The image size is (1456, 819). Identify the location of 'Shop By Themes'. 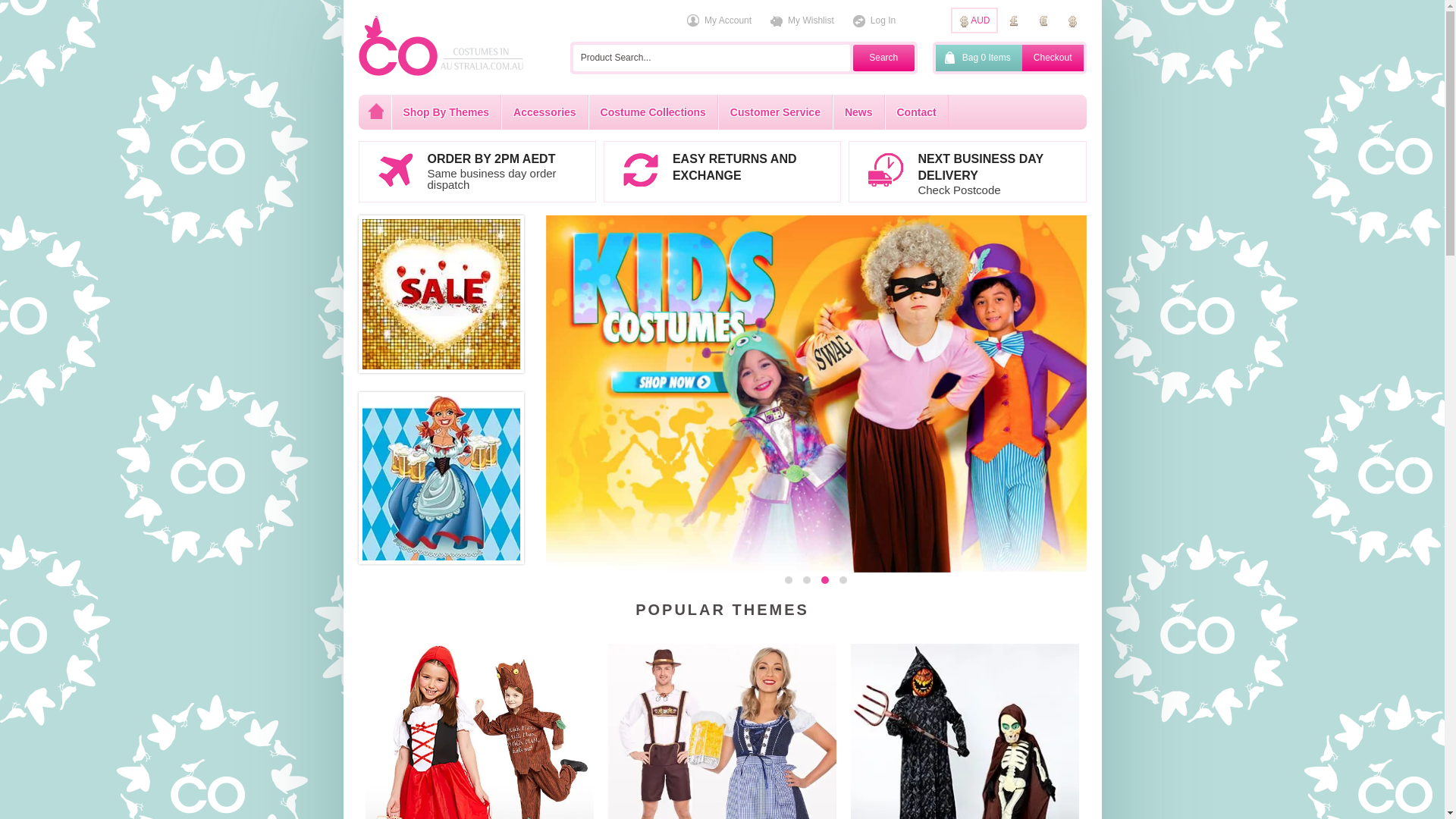
(446, 111).